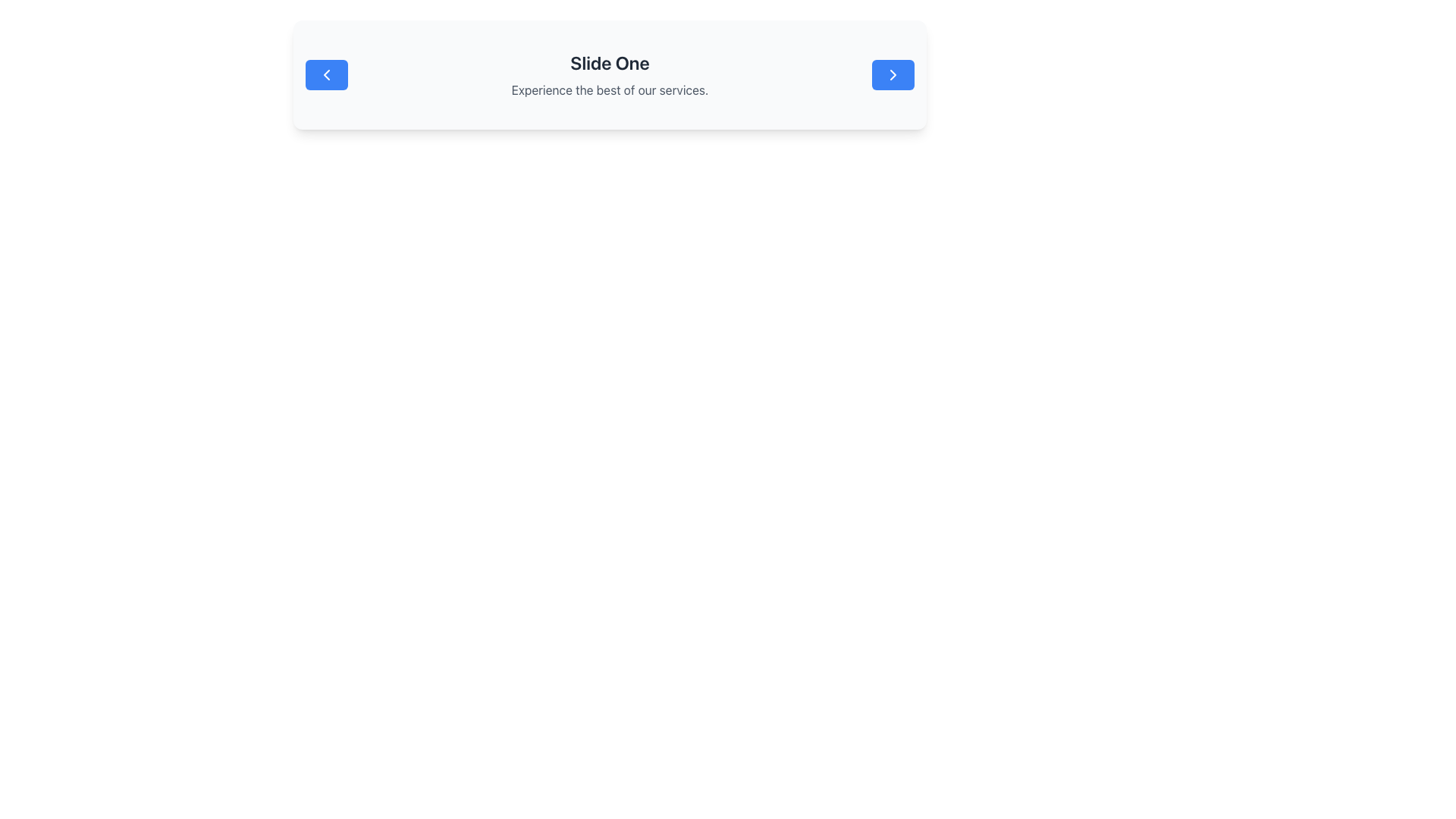  I want to click on the text element displaying 'Experience the best of our services.' which is styled in gray font and located beneath the heading 'Slide One', so click(610, 90).